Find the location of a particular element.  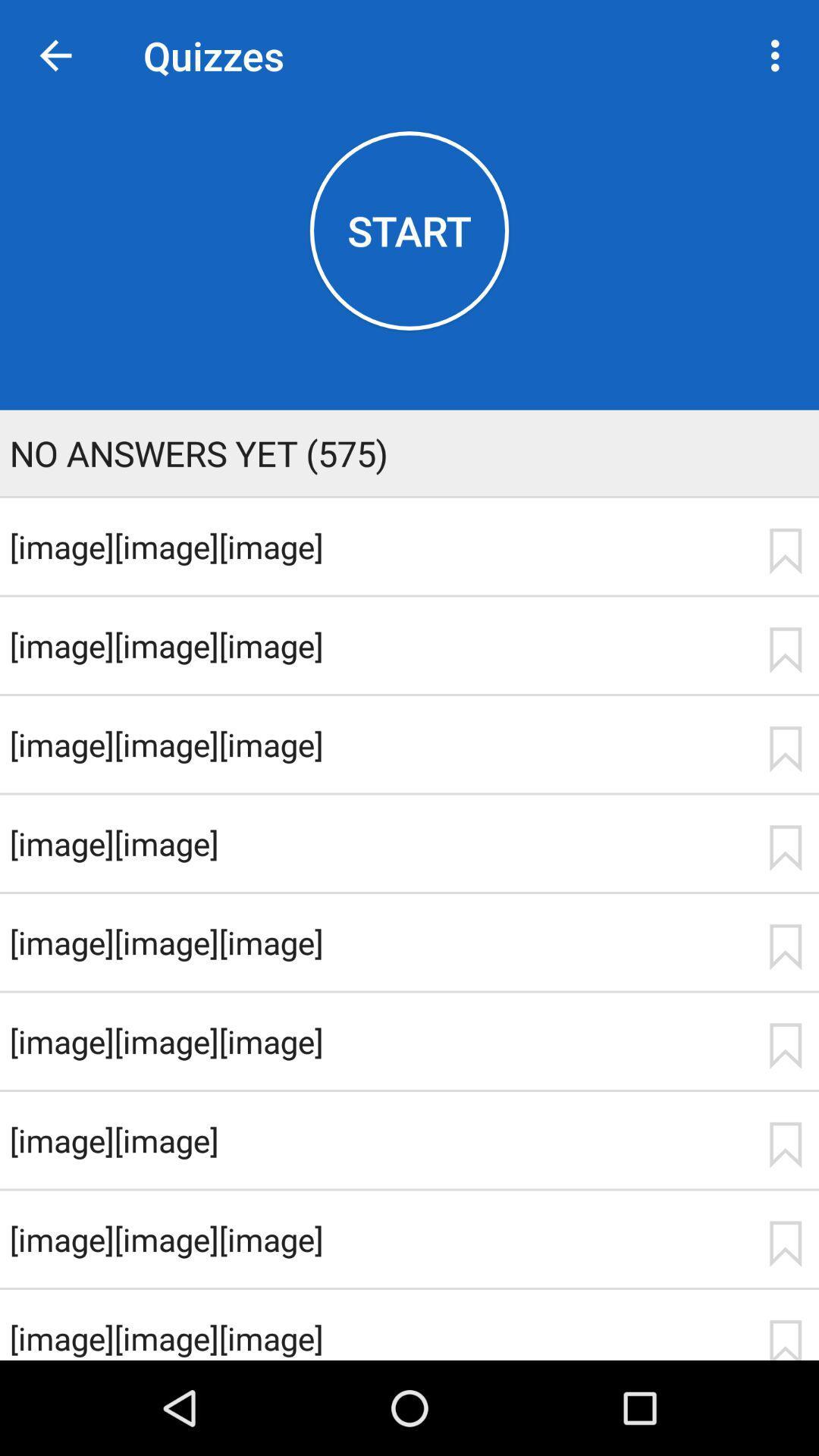

flag image is located at coordinates (785, 1145).